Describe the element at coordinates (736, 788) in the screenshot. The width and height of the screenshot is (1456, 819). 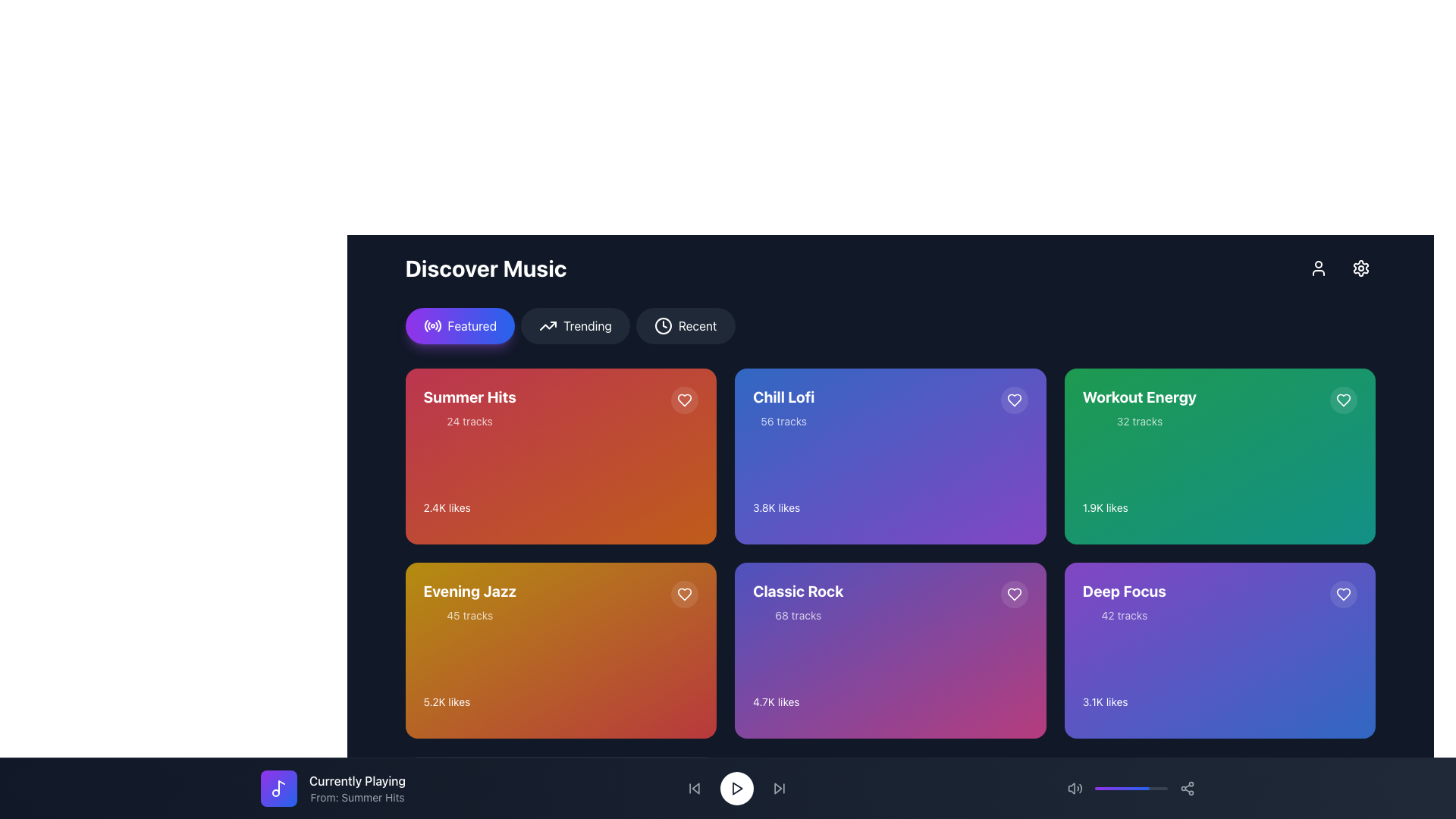
I see `the circular button with a white background and black play icon located in the bottom center of the interface to observe its hover effect` at that location.